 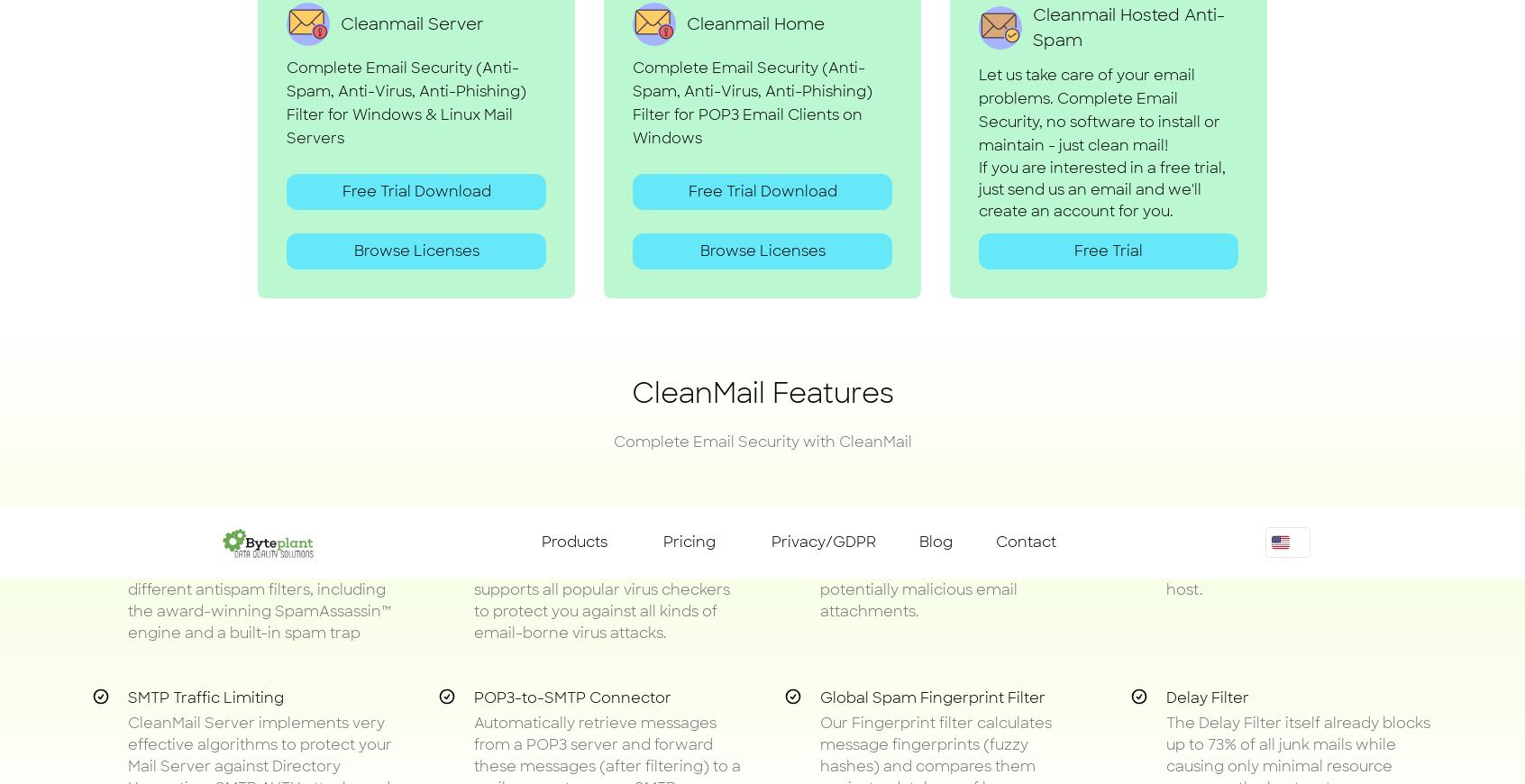 I want to click on 'Apr 14, 2021', so click(x=961, y=19).